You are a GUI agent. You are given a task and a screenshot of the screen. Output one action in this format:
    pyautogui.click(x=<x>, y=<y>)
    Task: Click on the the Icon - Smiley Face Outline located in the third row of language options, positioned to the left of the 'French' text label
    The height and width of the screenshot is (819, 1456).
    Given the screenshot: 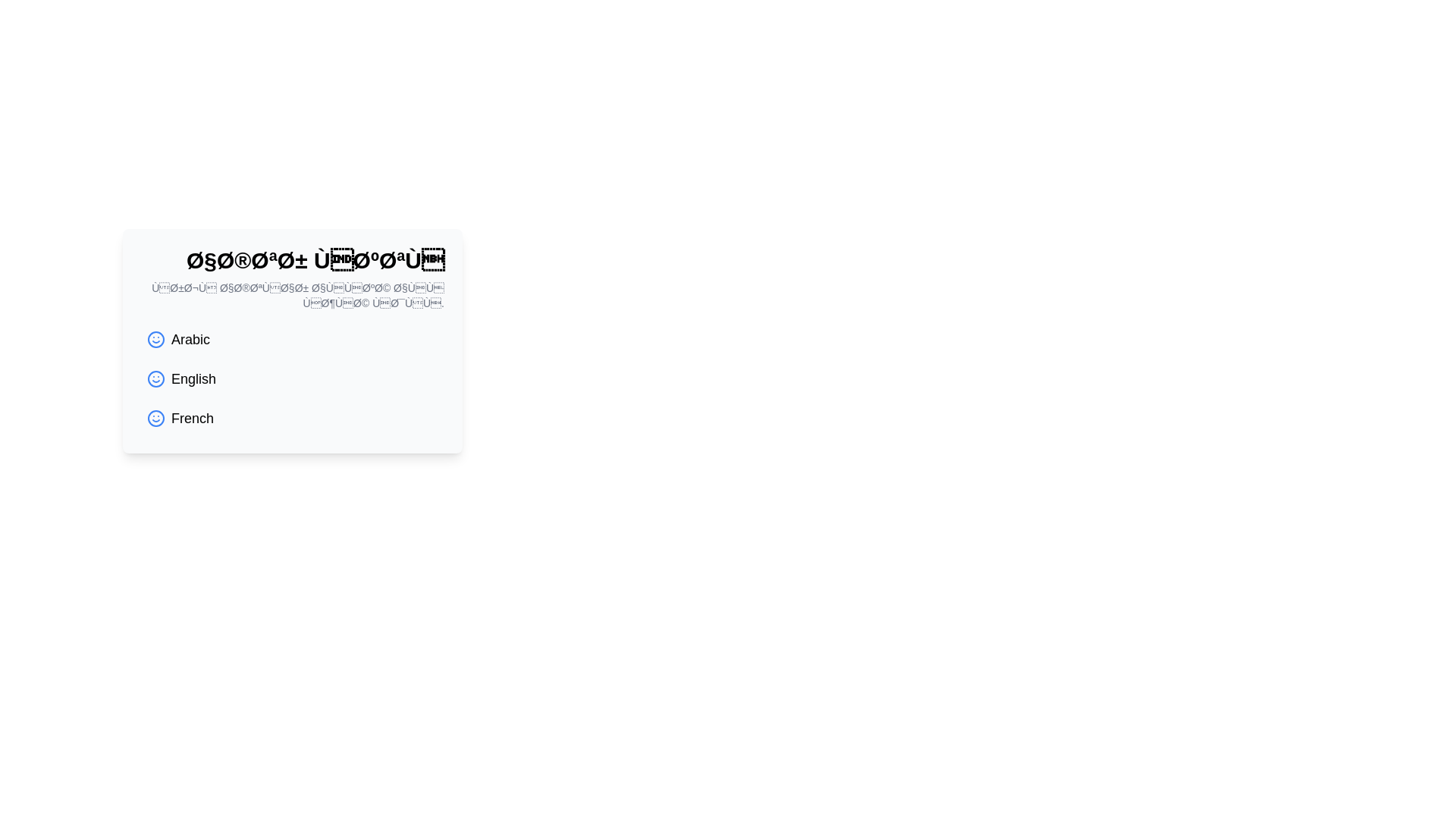 What is the action you would take?
    pyautogui.click(x=156, y=418)
    